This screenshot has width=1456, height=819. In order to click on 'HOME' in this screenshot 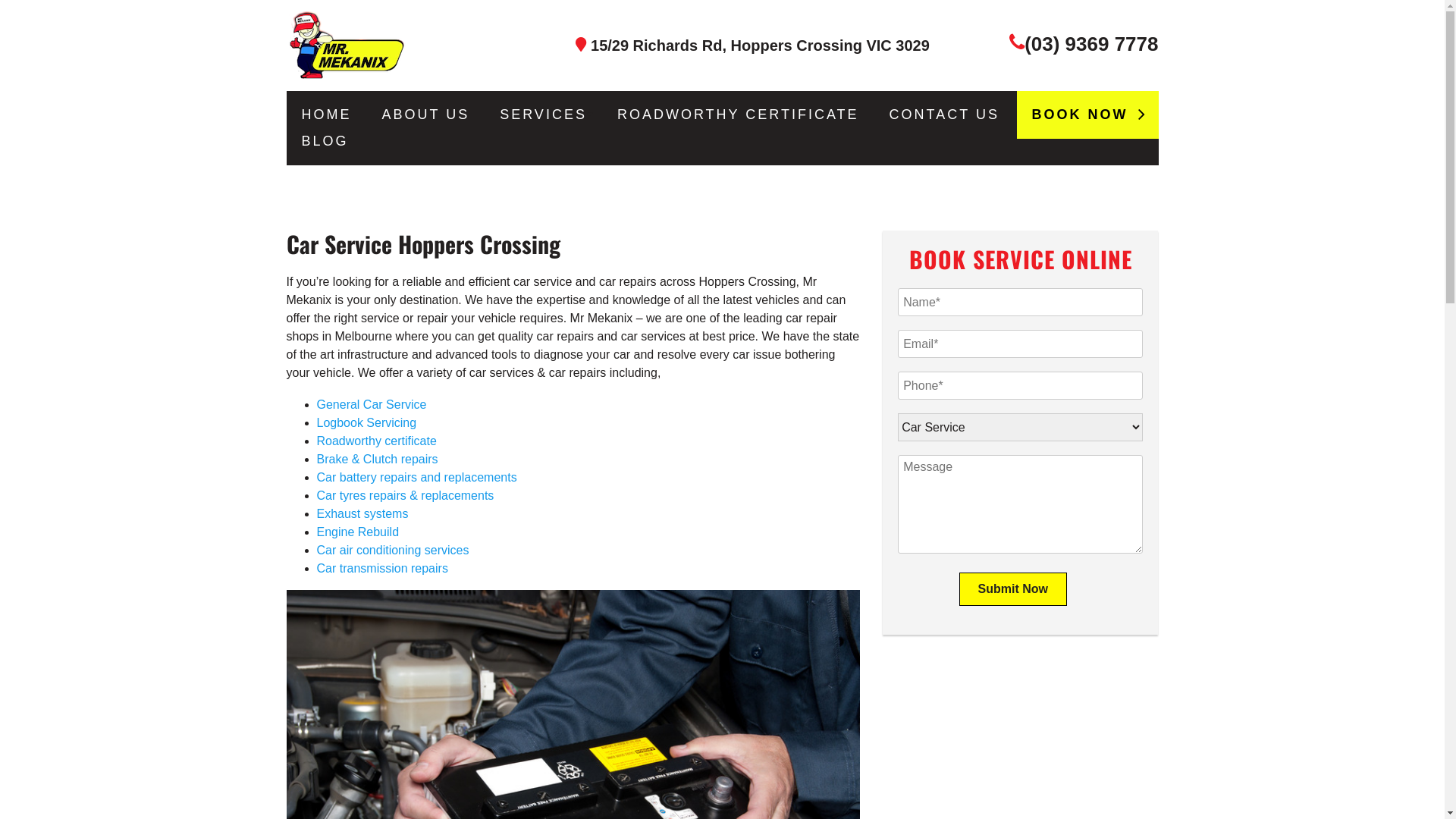, I will do `click(302, 114)`.